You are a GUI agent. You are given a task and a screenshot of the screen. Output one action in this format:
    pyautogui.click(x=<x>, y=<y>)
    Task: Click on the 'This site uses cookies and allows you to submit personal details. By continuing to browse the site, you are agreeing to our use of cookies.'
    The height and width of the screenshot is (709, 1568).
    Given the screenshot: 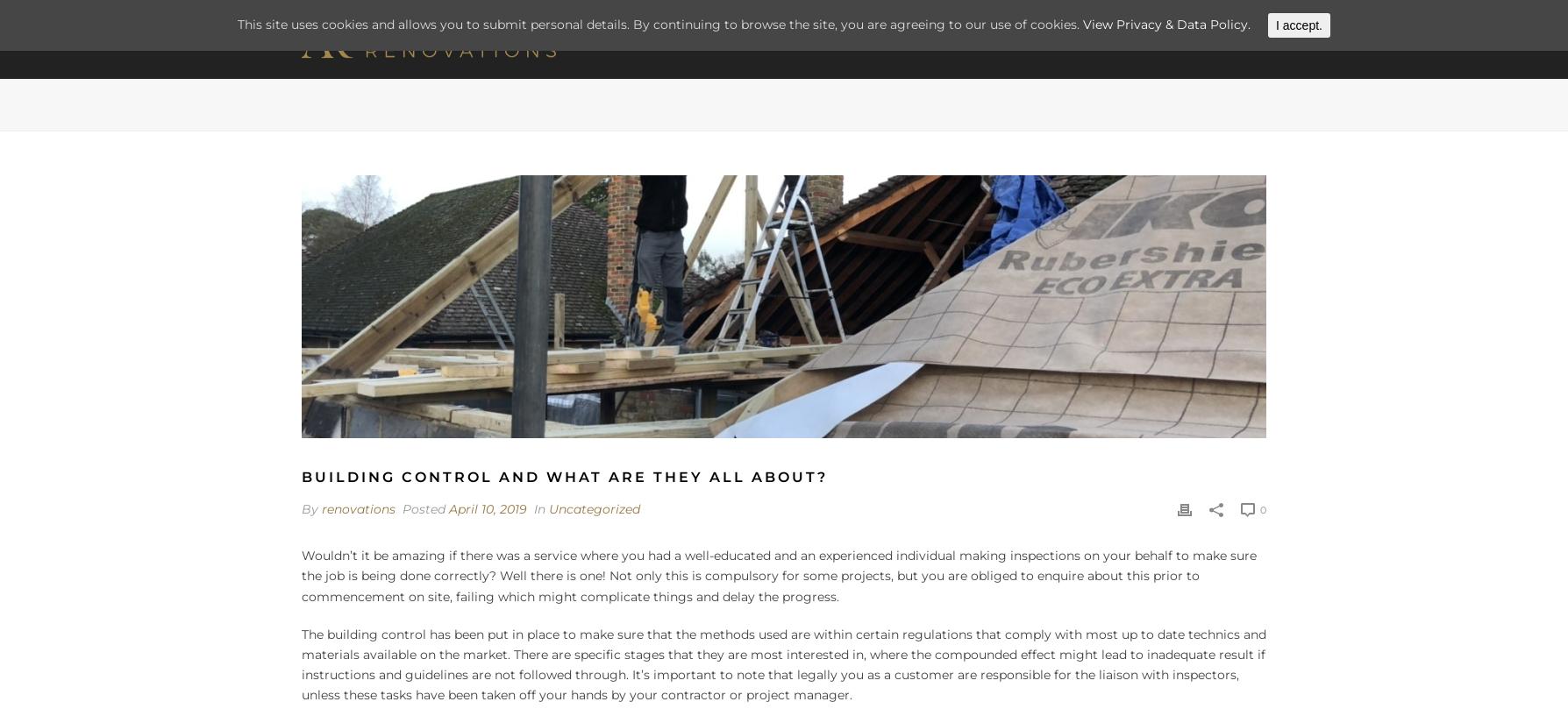 What is the action you would take?
    pyautogui.click(x=659, y=24)
    